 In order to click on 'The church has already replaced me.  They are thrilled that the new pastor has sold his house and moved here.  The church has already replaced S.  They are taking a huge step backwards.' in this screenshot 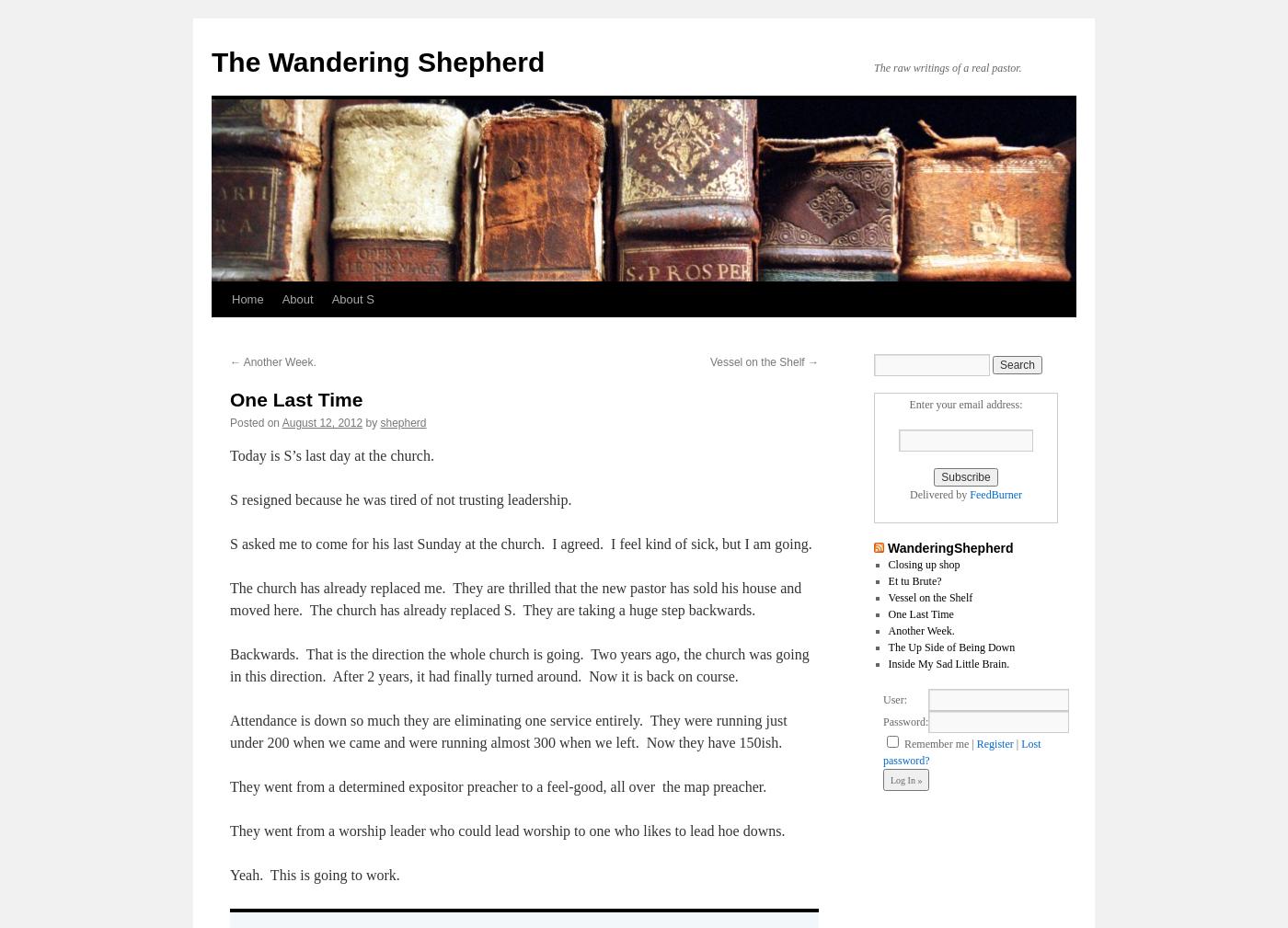, I will do `click(515, 599)`.